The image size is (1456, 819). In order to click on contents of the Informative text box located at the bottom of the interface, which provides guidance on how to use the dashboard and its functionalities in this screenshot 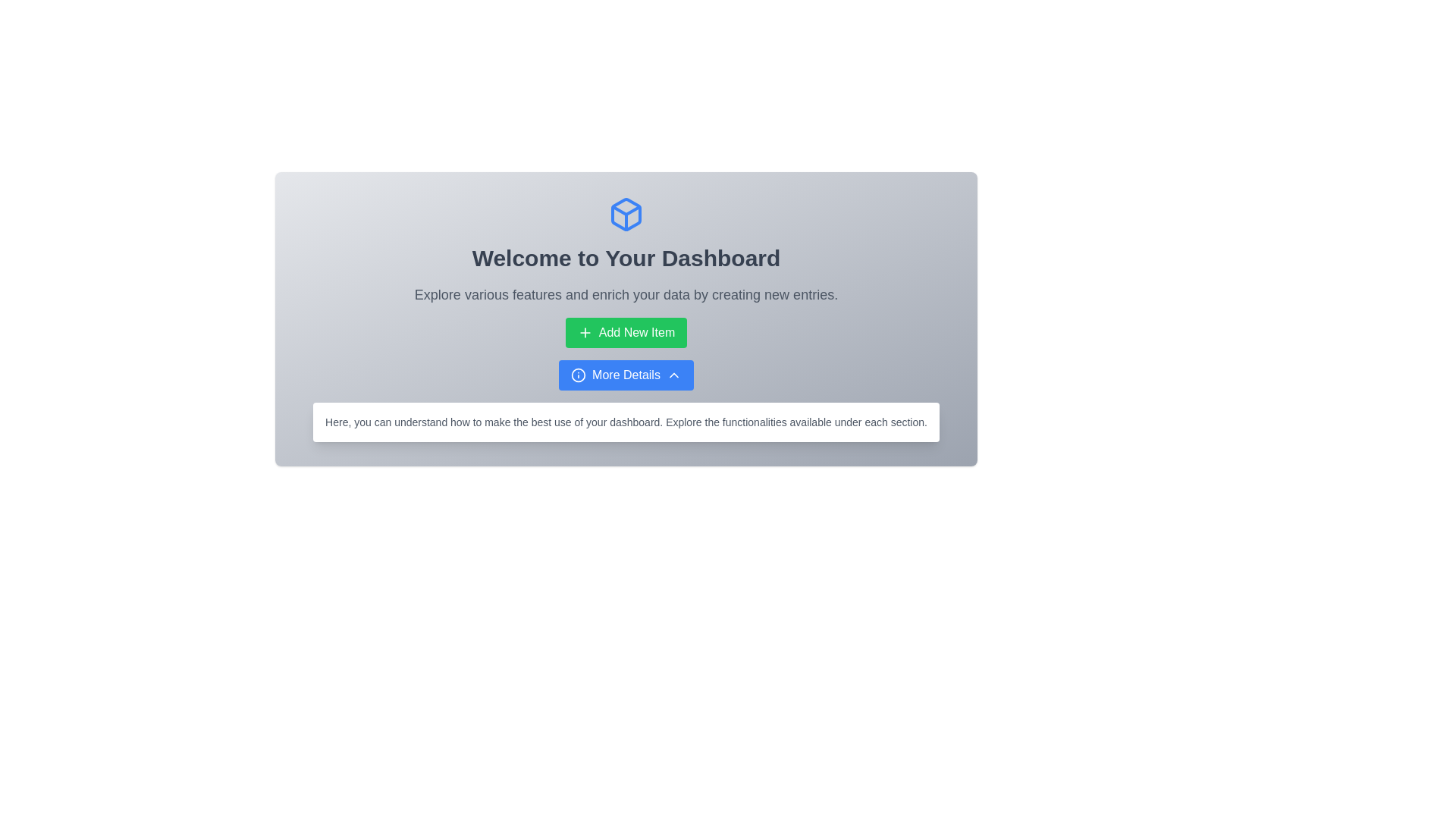, I will do `click(626, 422)`.